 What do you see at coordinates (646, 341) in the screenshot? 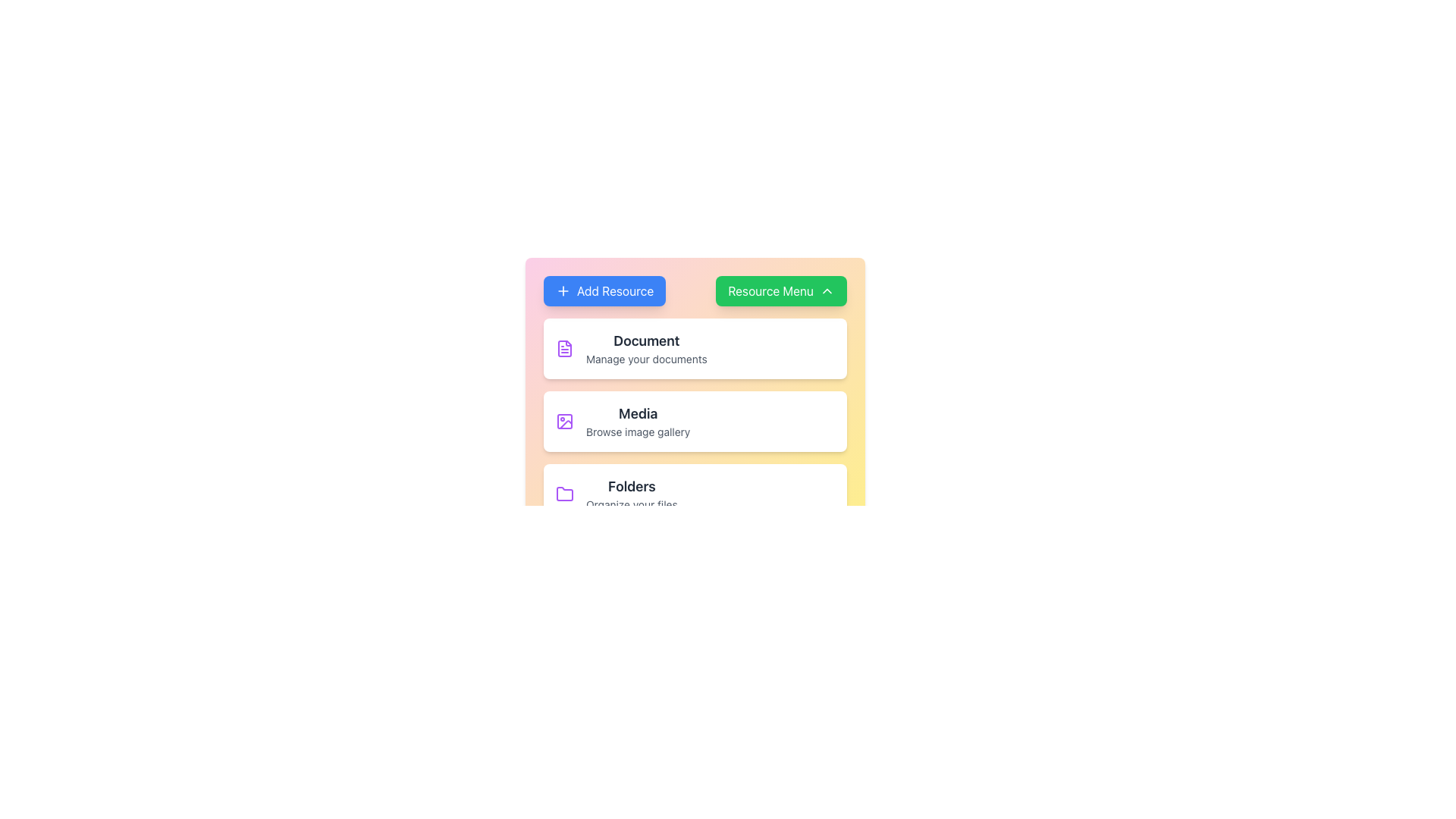
I see `the Text Label indicating 'Document' which serves as a header for the section above the text 'Manage your documents'` at bounding box center [646, 341].